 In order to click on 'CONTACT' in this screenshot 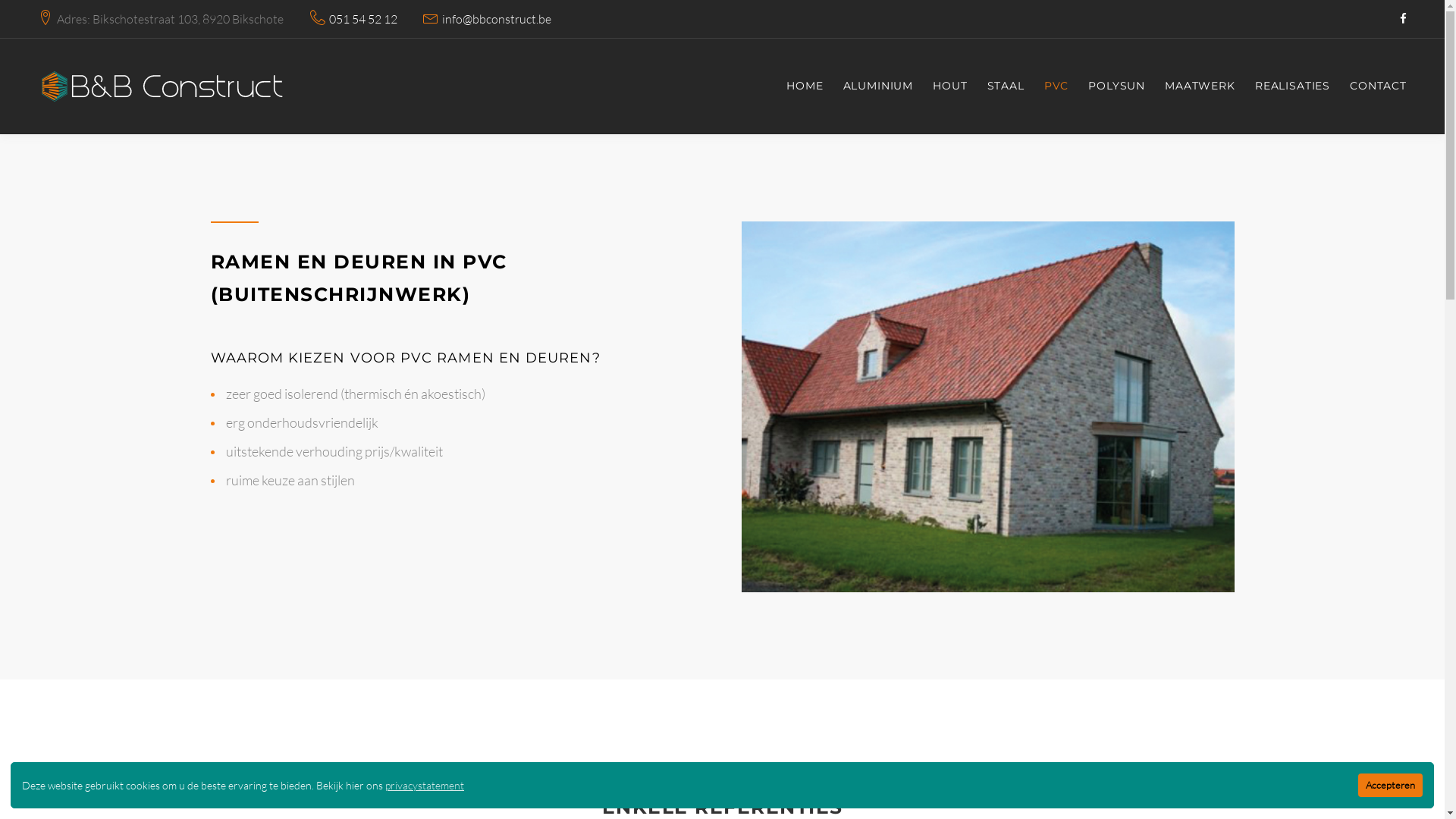, I will do `click(1378, 86)`.